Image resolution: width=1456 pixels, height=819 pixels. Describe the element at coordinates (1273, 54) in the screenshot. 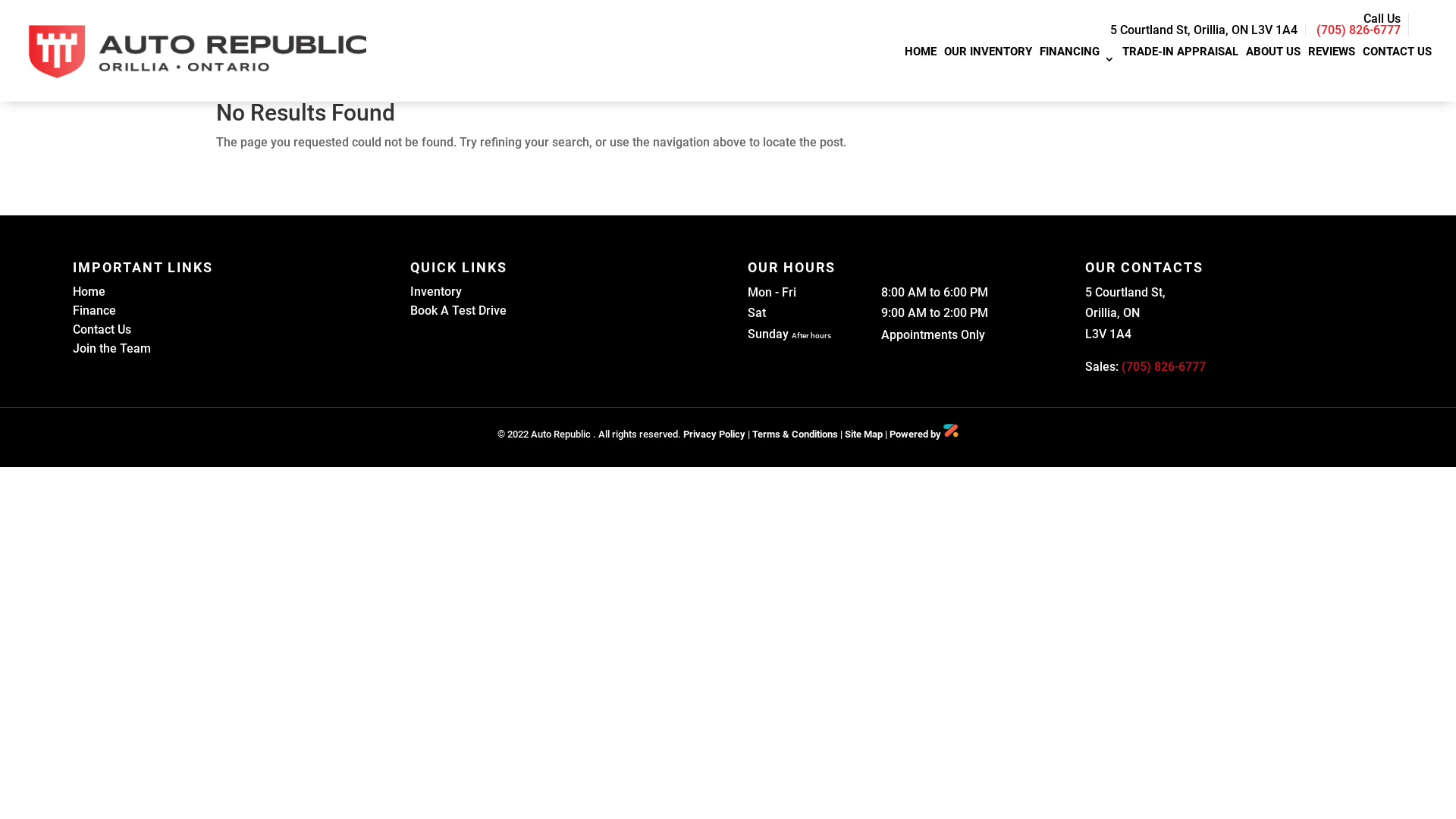

I see `'ABOUT US'` at that location.